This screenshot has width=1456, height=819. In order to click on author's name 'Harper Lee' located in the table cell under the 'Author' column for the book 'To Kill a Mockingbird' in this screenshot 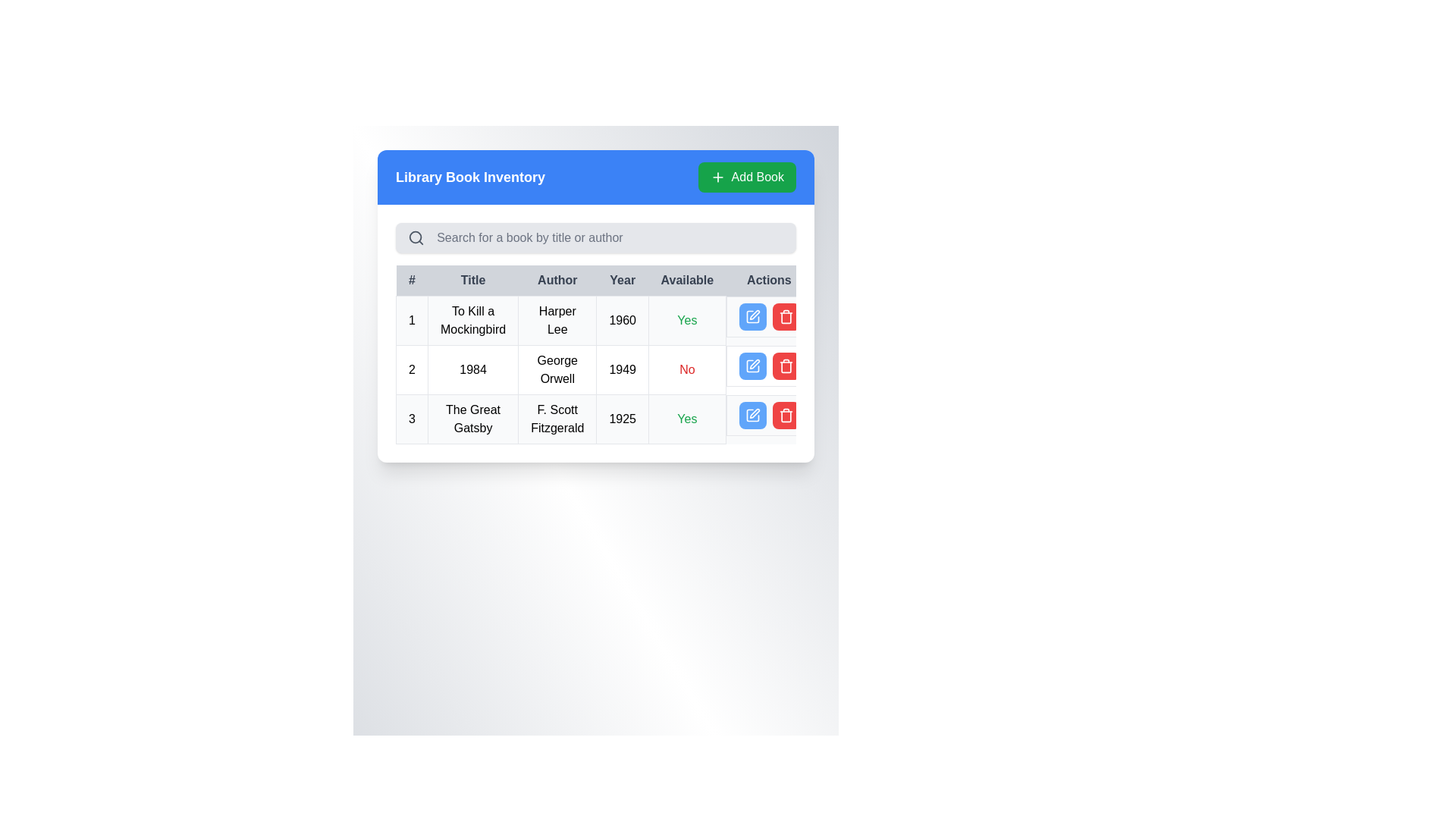, I will do `click(557, 320)`.